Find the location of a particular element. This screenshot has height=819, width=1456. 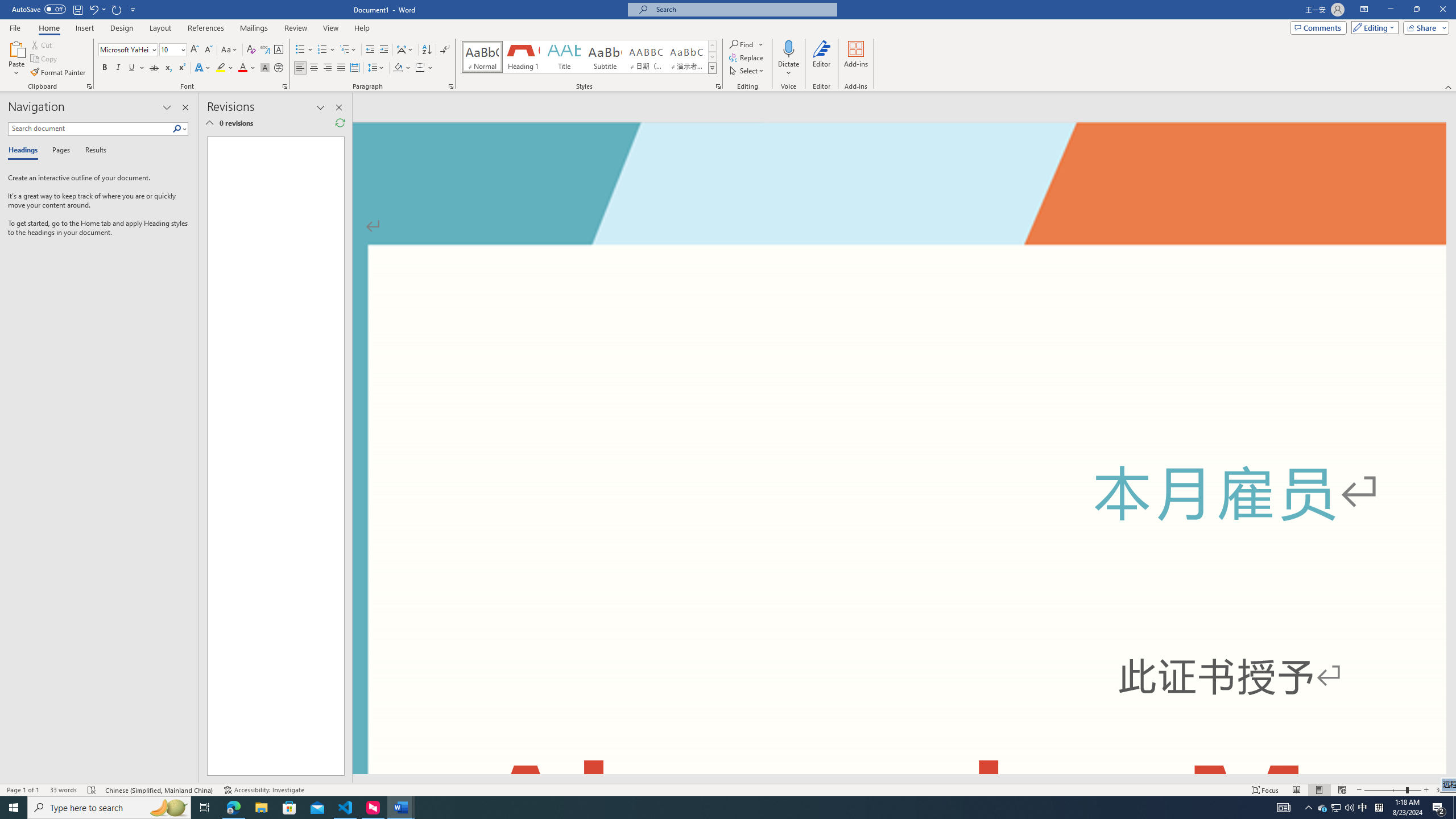

'Page Number Page 1 of 1' is located at coordinates (23, 790).